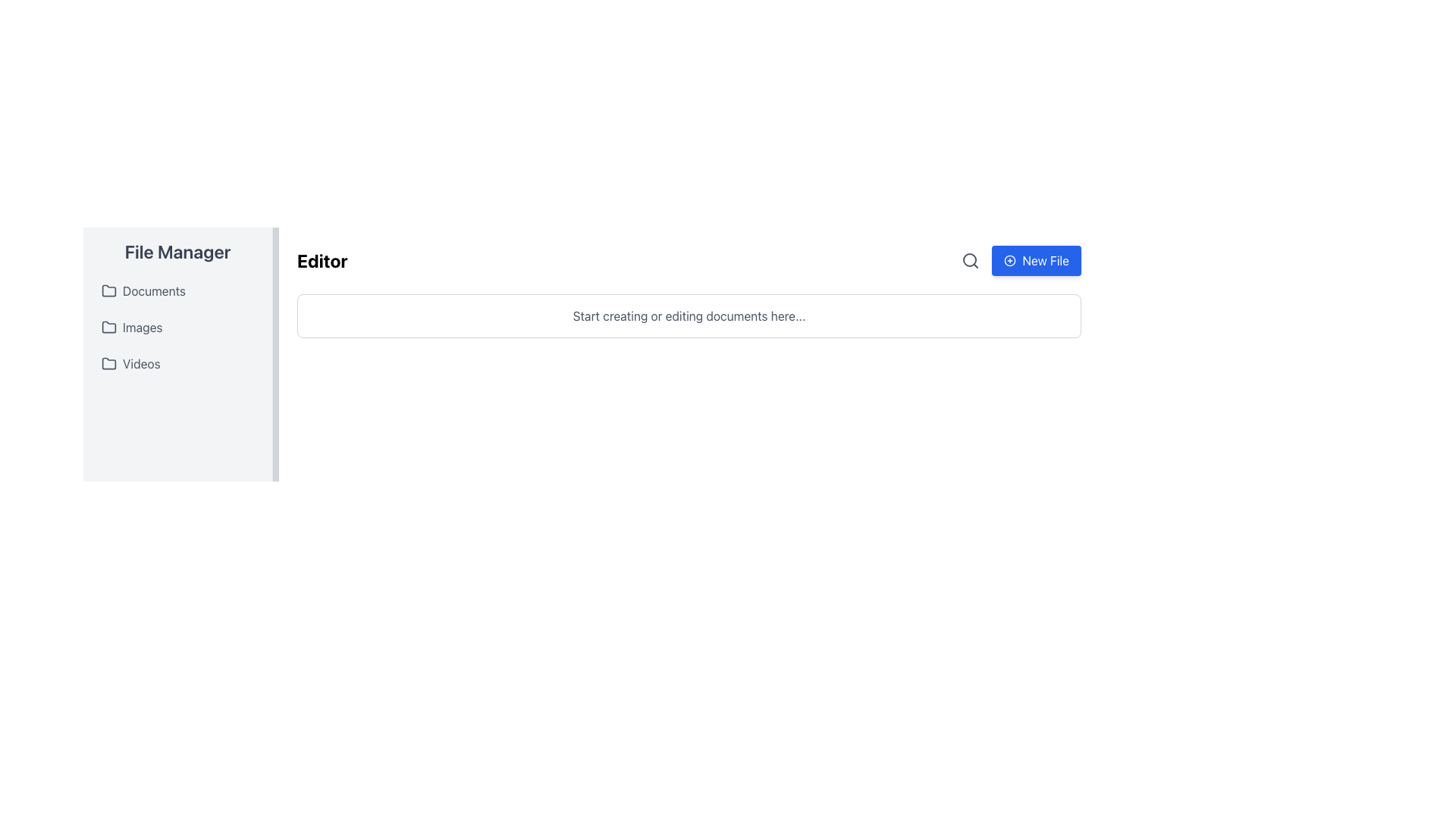  I want to click on the circular SVG shape with a radius of 10 units, which is part of an icon containing a '+' symbol, located adjacent to the 'New File' button, so click(1010, 259).